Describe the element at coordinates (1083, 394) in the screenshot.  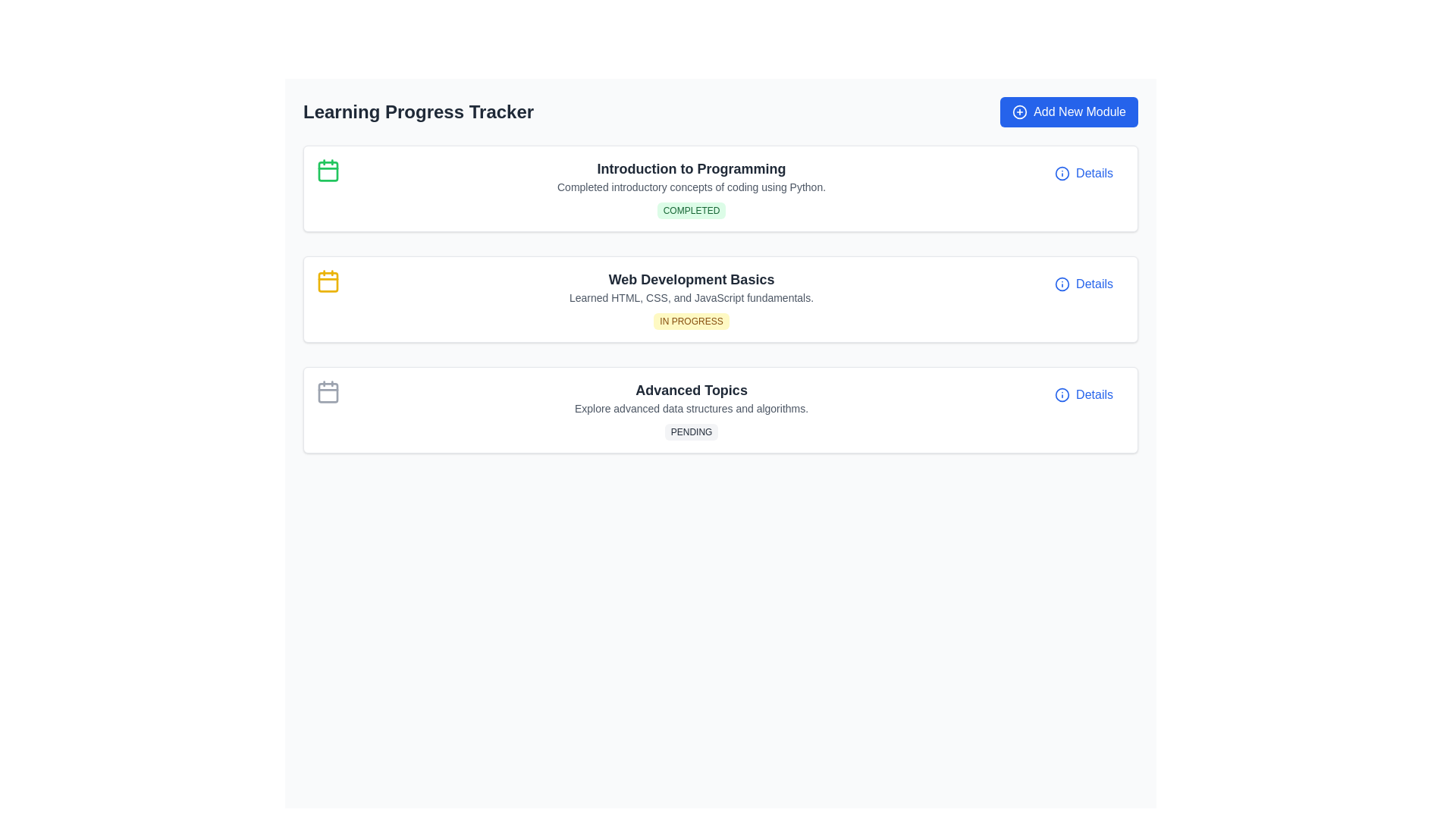
I see `the 'Details' button located at the bottom-right corner of the 'Advanced Topics' module panel, which includes a small circular information icon and is styled in blue text with an underline on hover` at that location.